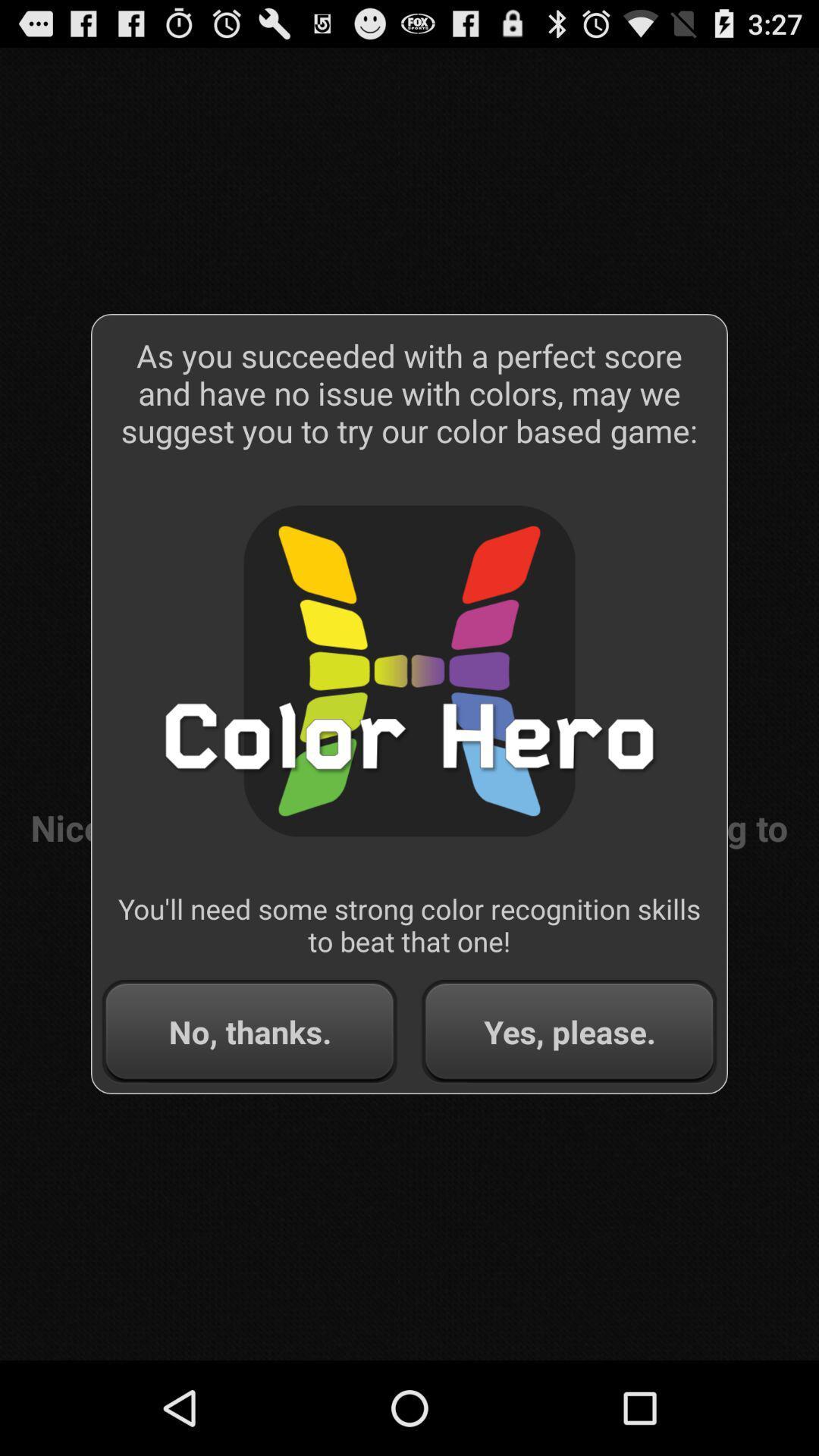 The height and width of the screenshot is (1456, 819). Describe the element at coordinates (569, 1031) in the screenshot. I see `yes, please.` at that location.